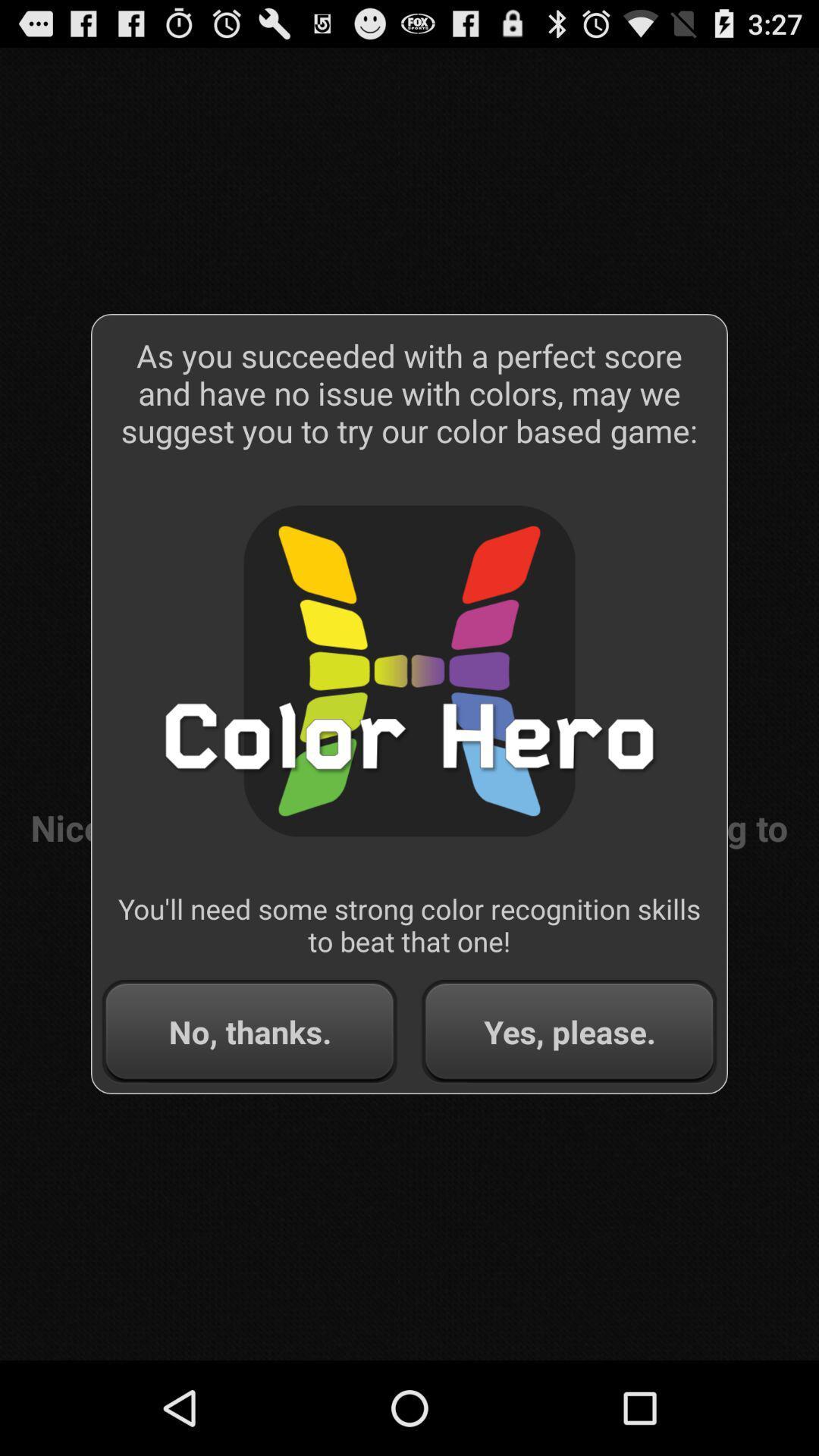 The height and width of the screenshot is (1456, 819). Describe the element at coordinates (569, 1031) in the screenshot. I see `yes, please.` at that location.